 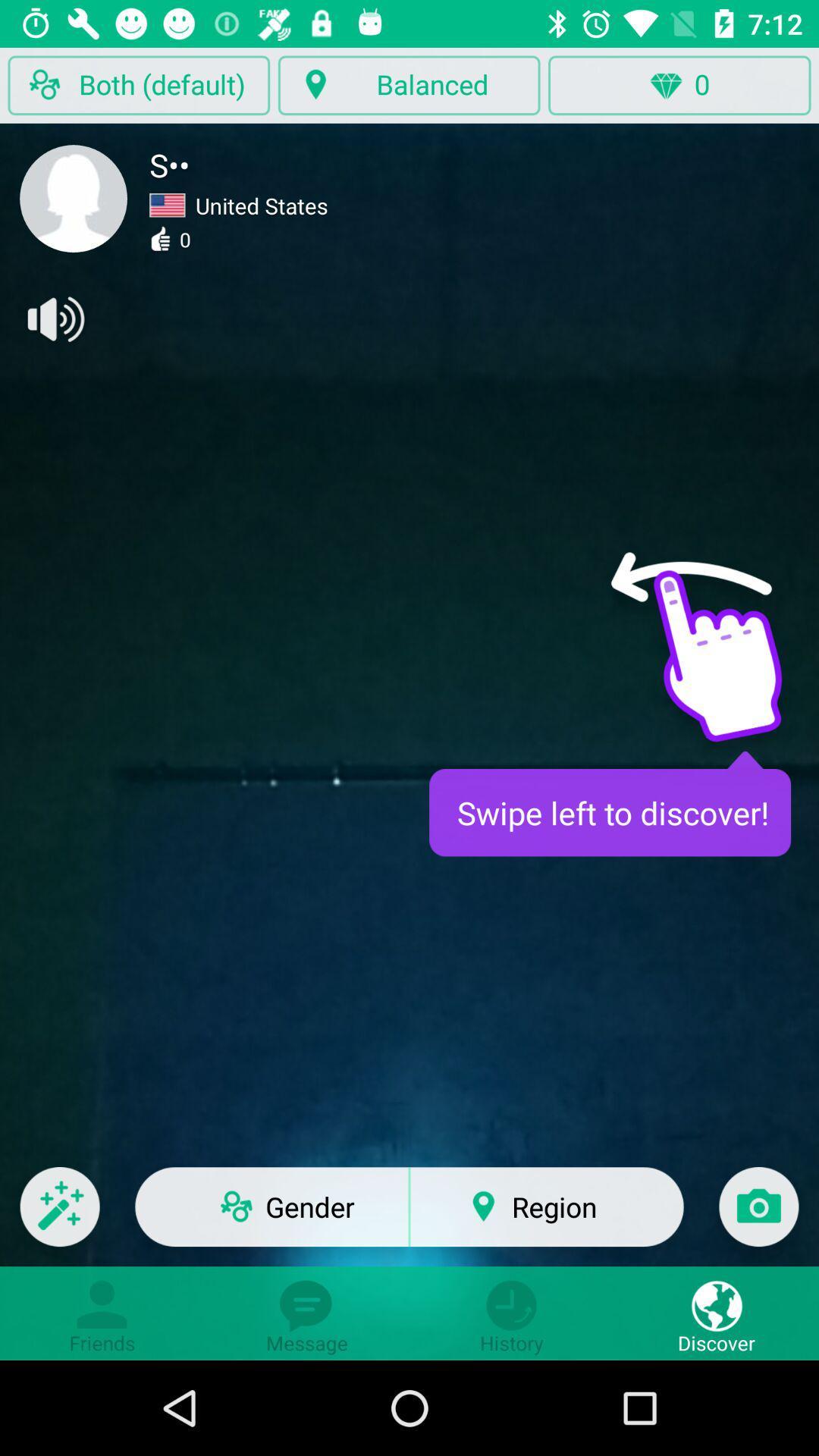 I want to click on the item below the swipe left to item, so click(x=758, y=1216).